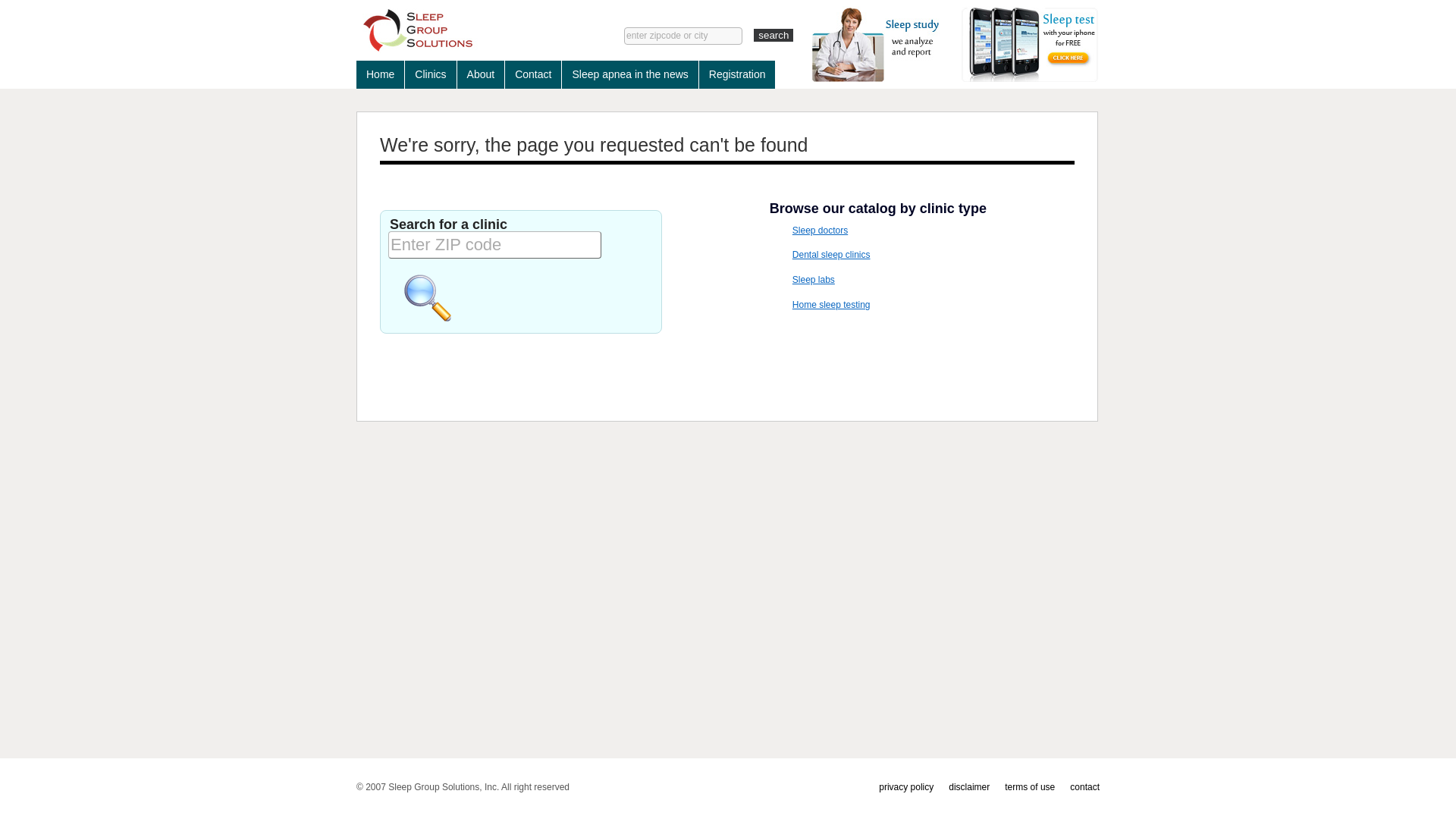 The width and height of the screenshot is (1456, 819). Describe the element at coordinates (1084, 786) in the screenshot. I see `'contact'` at that location.